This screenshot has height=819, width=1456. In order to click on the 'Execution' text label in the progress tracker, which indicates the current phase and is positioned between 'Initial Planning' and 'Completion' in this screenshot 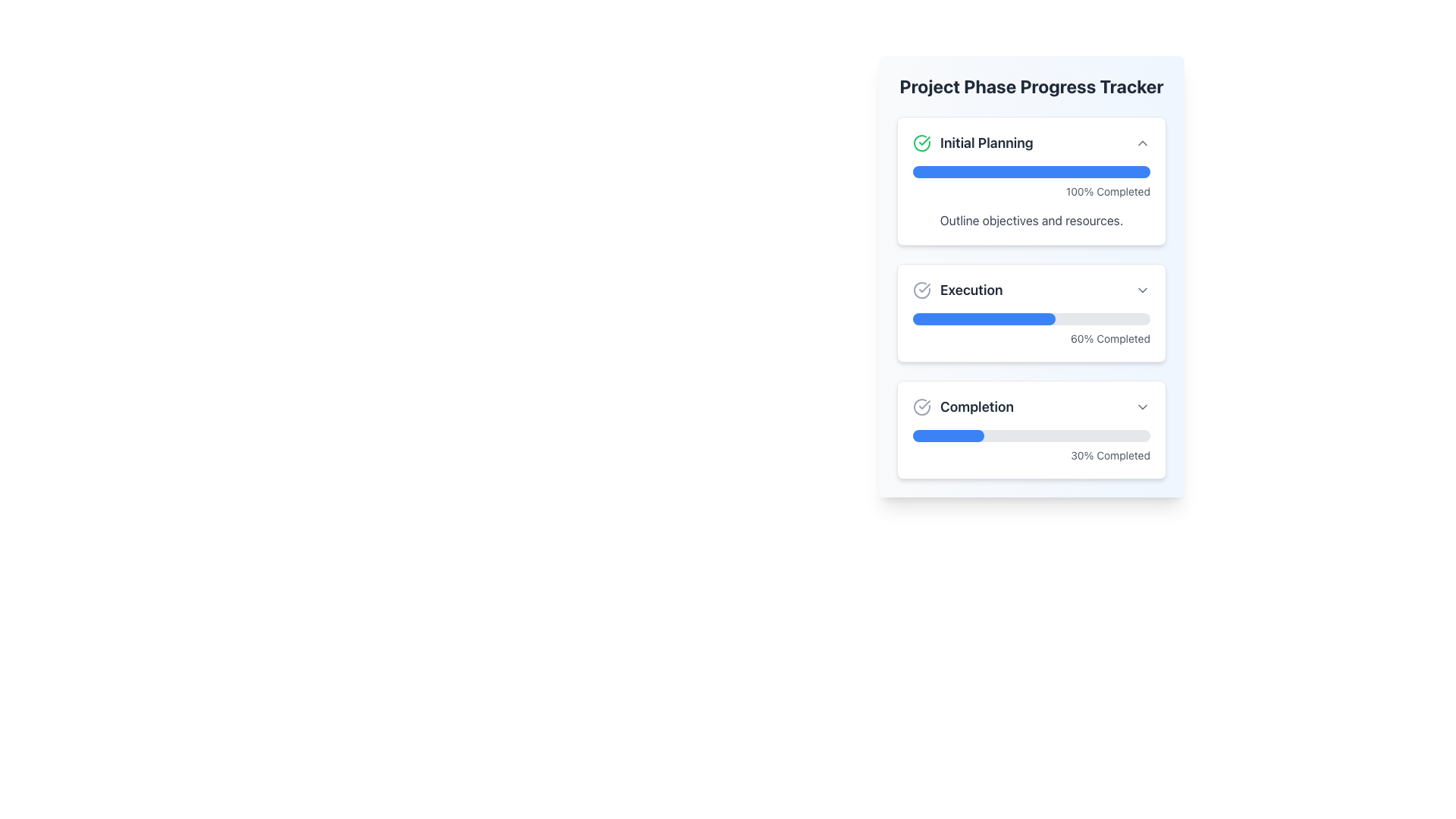, I will do `click(957, 290)`.